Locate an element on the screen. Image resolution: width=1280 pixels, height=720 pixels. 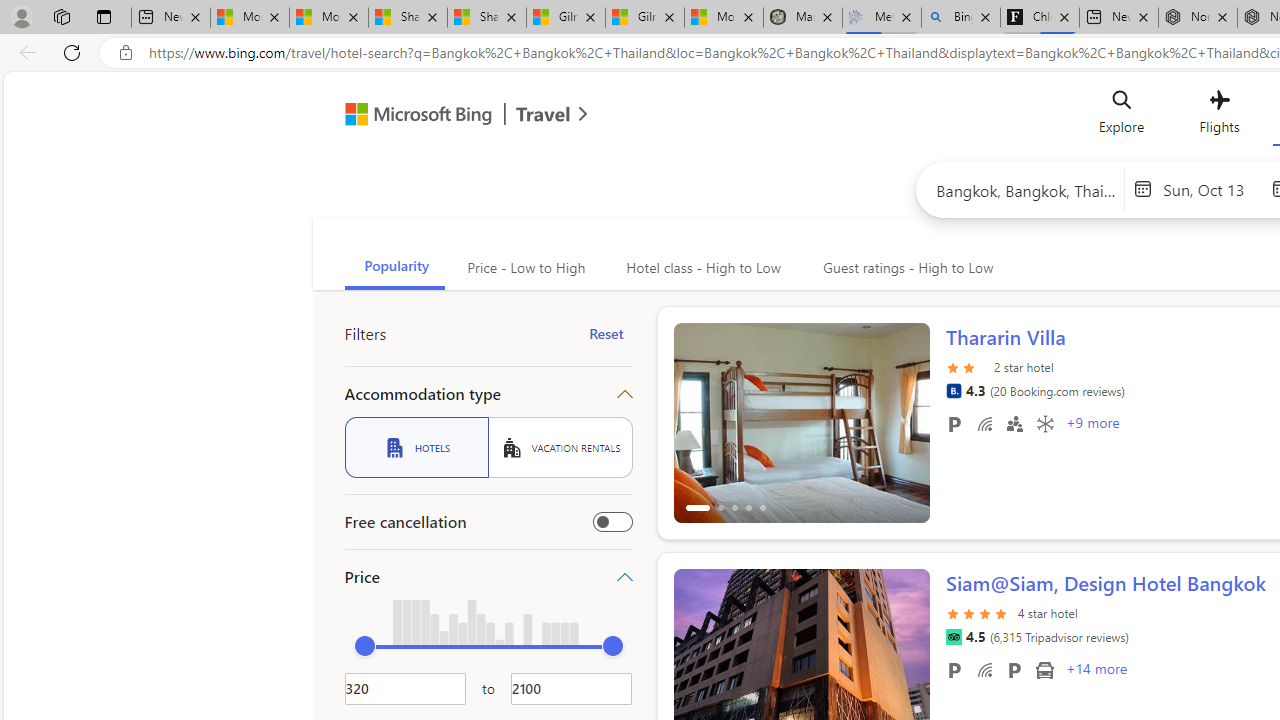
'Personal Profile' is located at coordinates (21, 16).